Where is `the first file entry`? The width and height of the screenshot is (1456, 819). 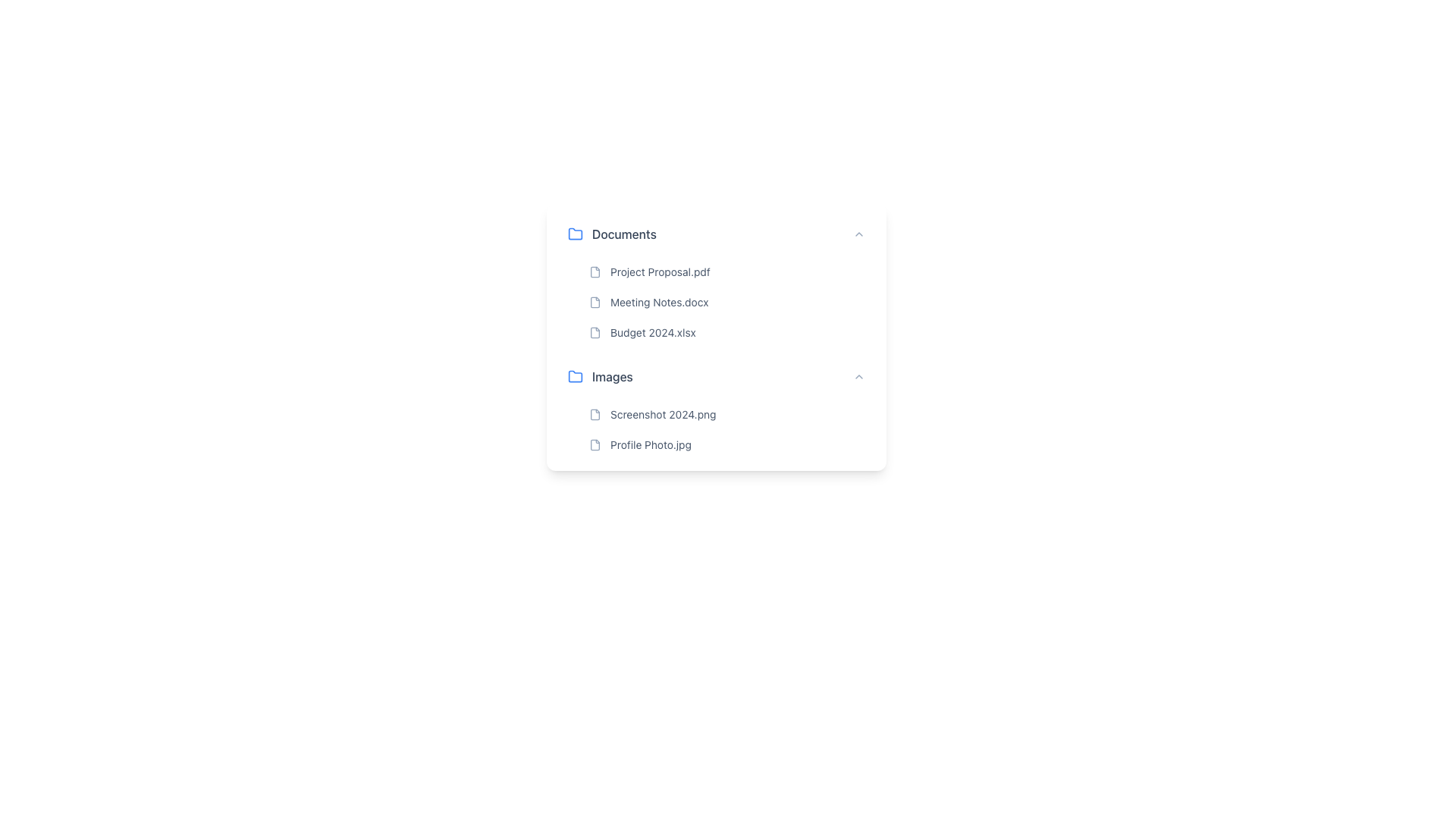 the first file entry is located at coordinates (728, 271).